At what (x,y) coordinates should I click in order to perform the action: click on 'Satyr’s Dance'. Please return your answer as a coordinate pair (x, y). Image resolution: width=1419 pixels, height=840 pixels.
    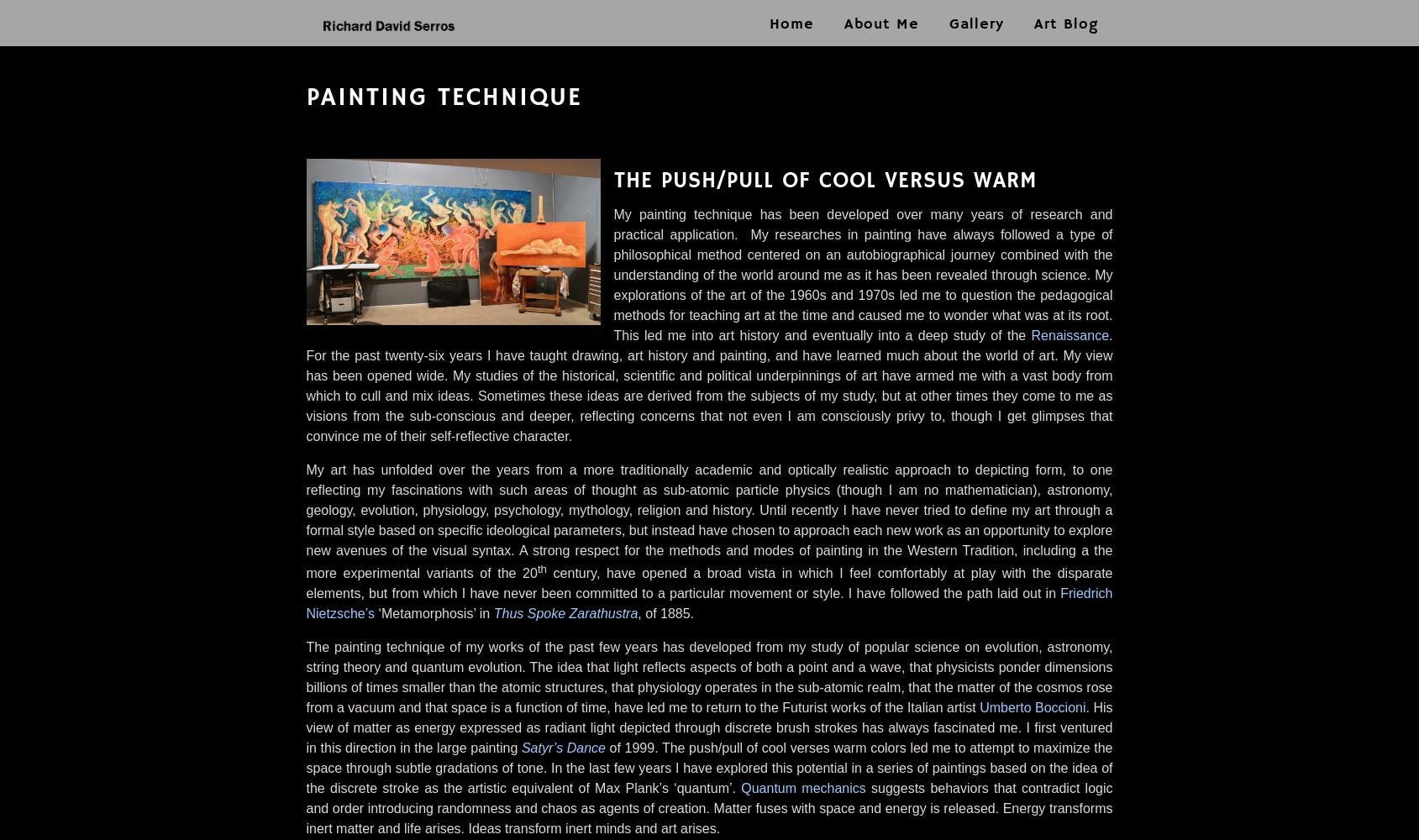
    Looking at the image, I should click on (563, 748).